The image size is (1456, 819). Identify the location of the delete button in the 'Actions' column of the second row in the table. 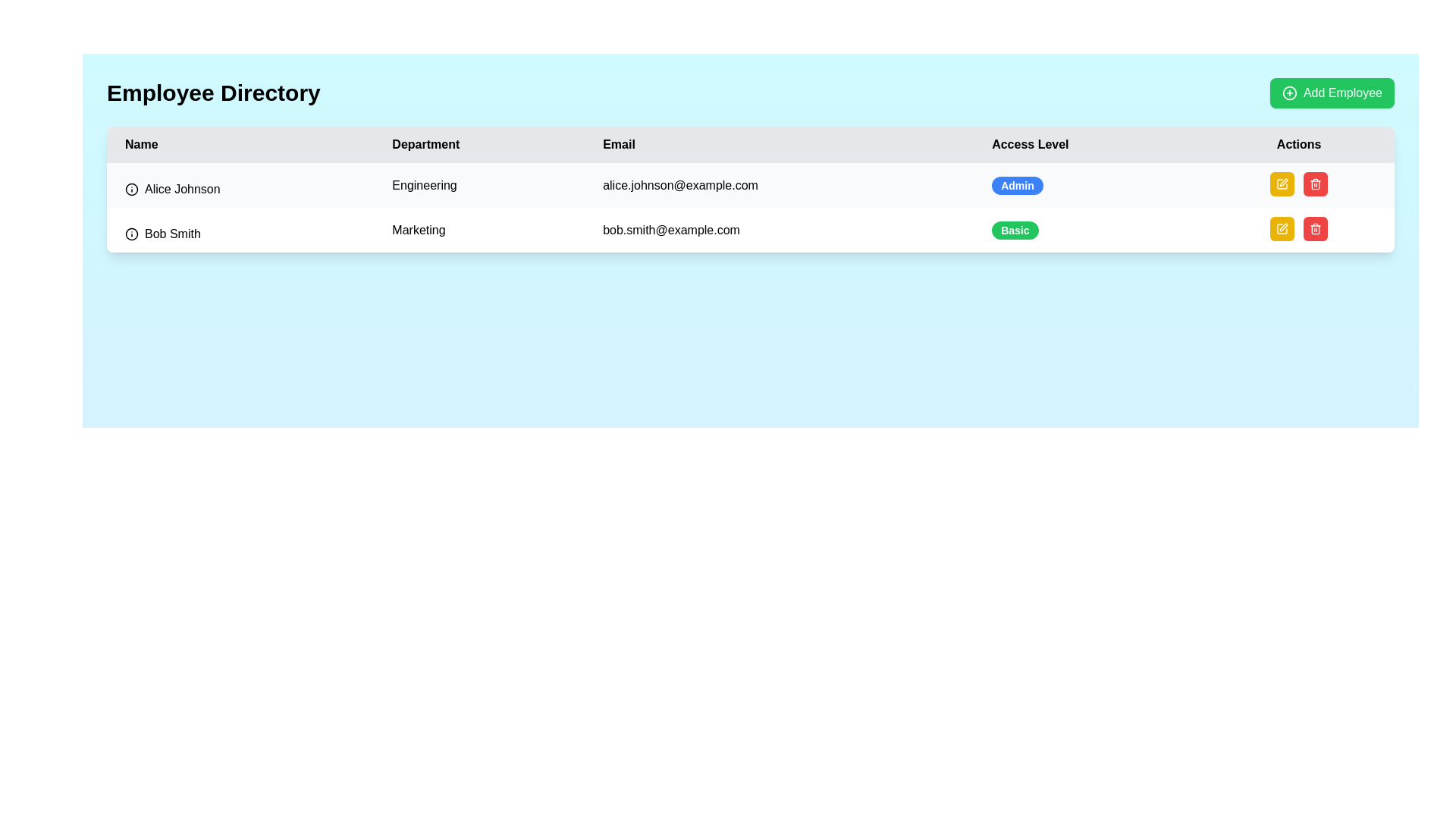
(1315, 184).